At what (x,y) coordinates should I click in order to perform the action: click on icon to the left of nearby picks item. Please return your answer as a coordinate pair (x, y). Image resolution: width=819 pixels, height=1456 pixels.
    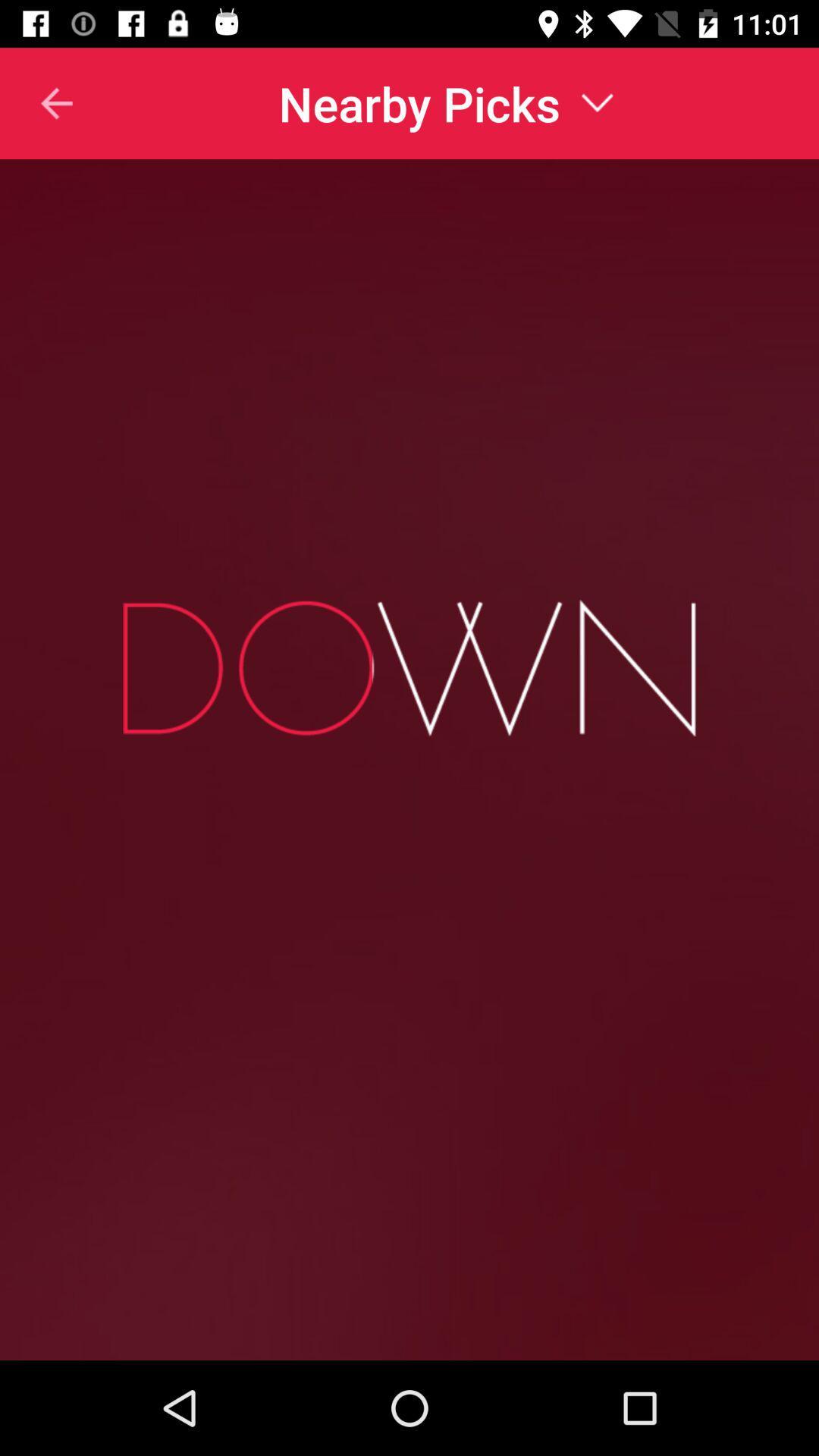
    Looking at the image, I should click on (36, 102).